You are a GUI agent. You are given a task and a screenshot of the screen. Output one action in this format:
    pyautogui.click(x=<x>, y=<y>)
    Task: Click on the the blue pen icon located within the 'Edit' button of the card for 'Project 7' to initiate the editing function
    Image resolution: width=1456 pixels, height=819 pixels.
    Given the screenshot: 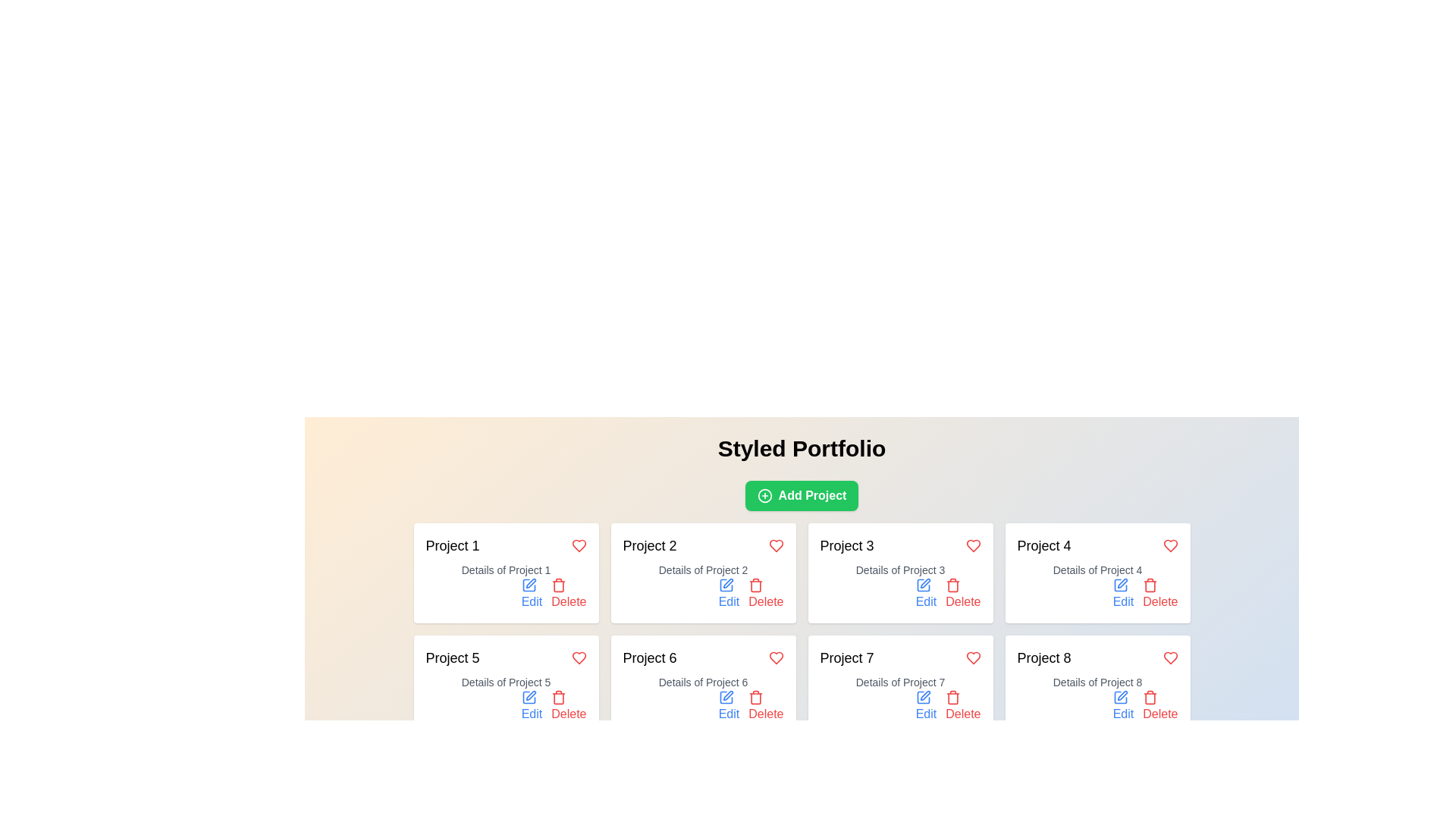 What is the action you would take?
    pyautogui.click(x=922, y=698)
    